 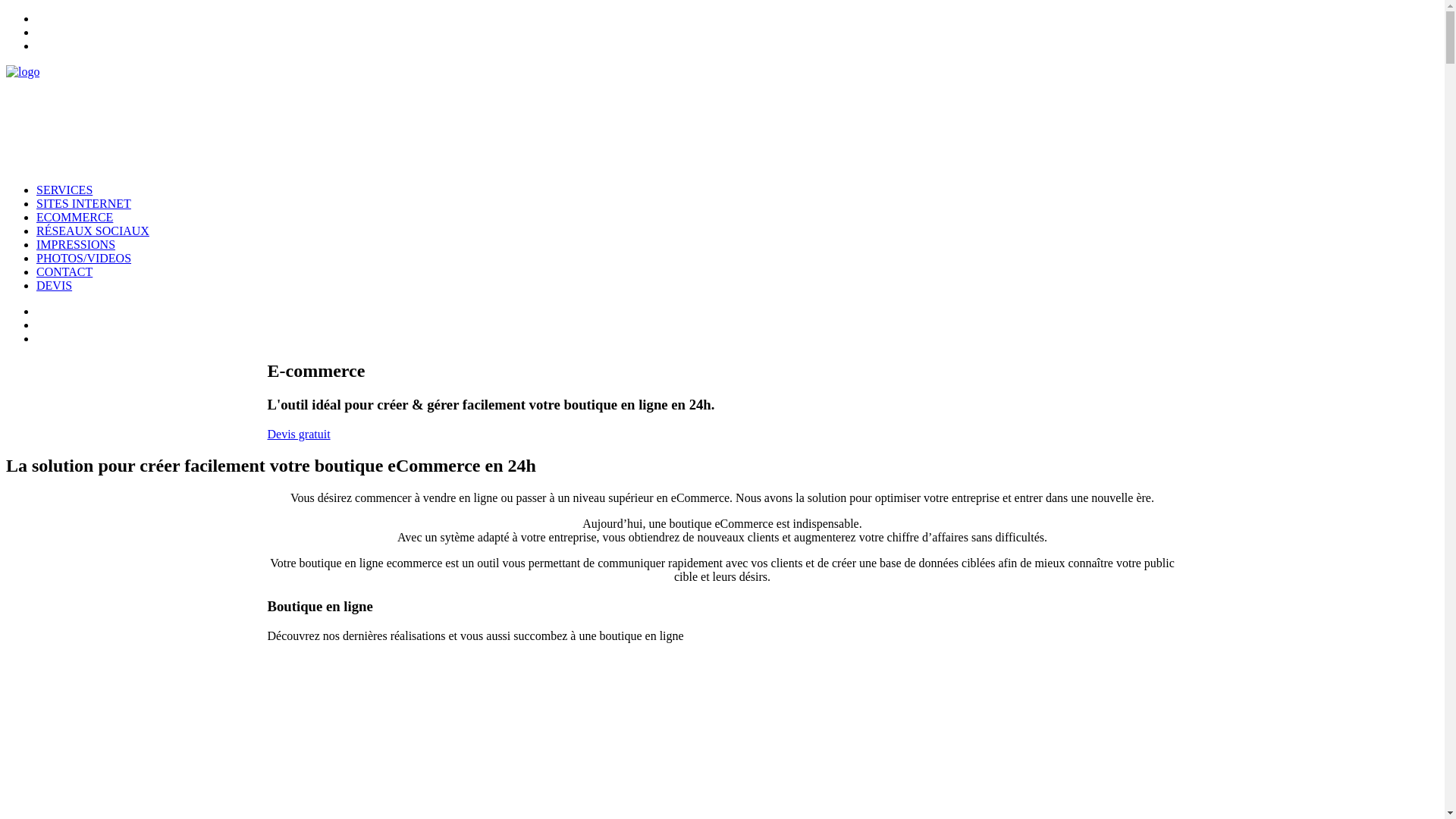 What do you see at coordinates (54, 285) in the screenshot?
I see `'DEVIS'` at bounding box center [54, 285].